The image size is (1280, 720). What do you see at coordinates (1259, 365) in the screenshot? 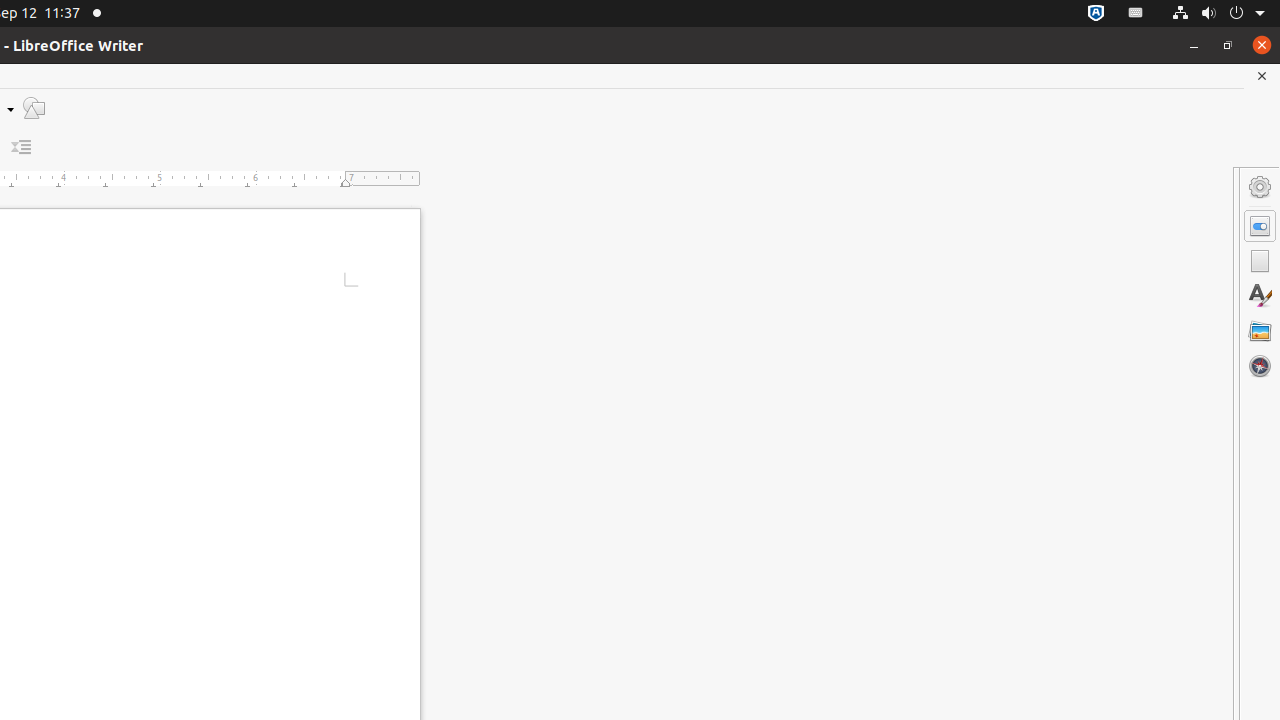
I see `'Navigator'` at bounding box center [1259, 365].